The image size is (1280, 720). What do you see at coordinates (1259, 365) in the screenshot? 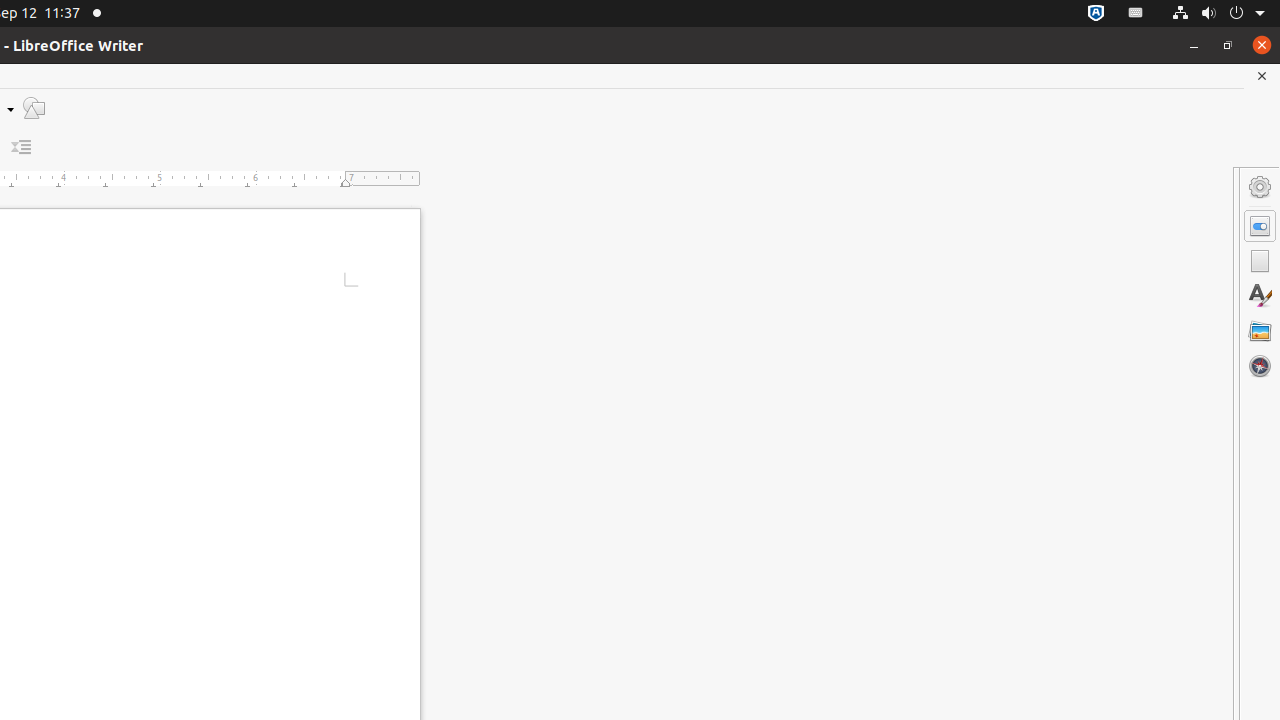
I see `'Navigator'` at bounding box center [1259, 365].